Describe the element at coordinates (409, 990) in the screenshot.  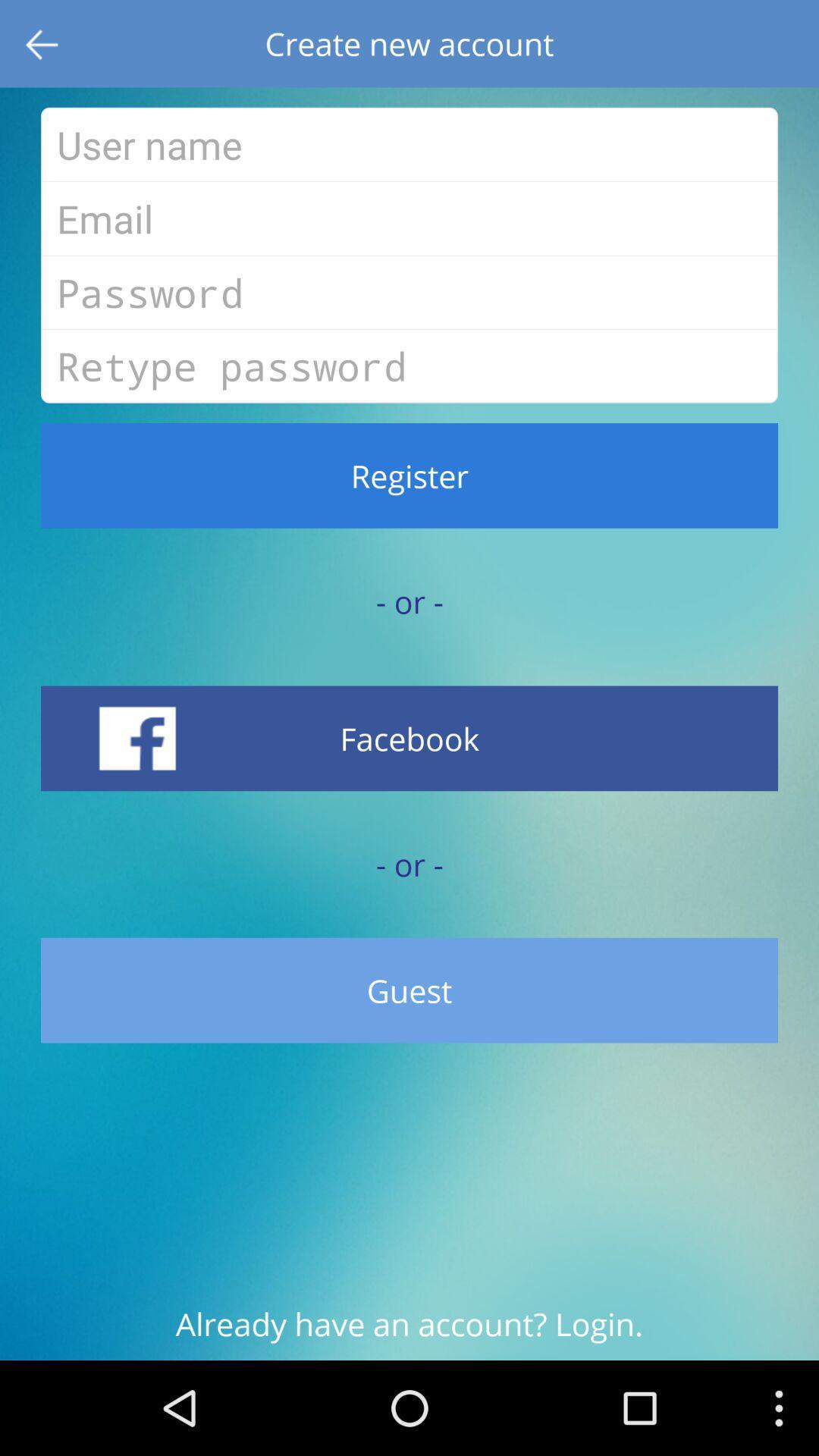
I see `icon above already have an` at that location.